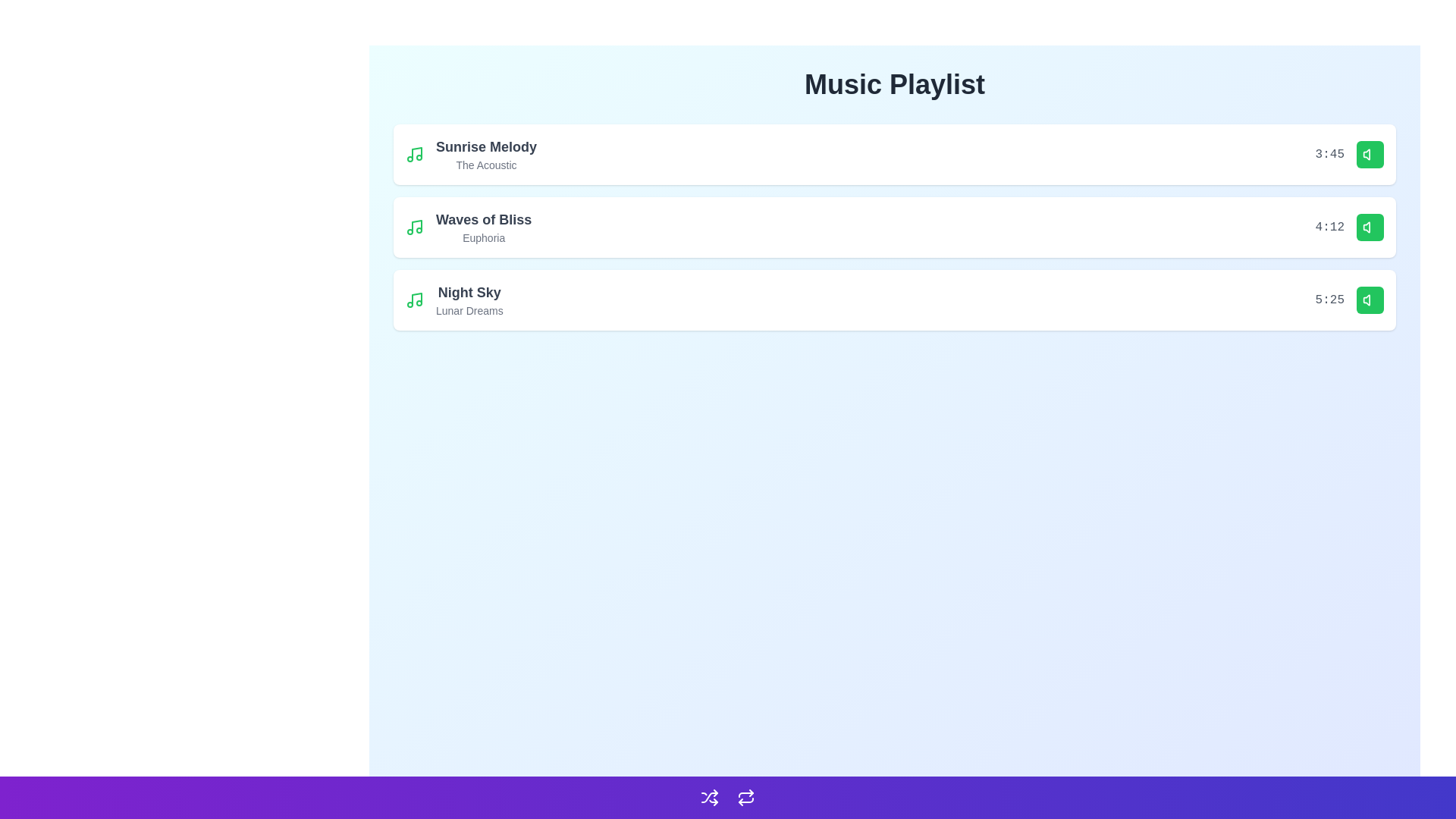  I want to click on the leftmost volume icon detail representing louder volume for the song 'Sunrise Melody', so click(1367, 155).